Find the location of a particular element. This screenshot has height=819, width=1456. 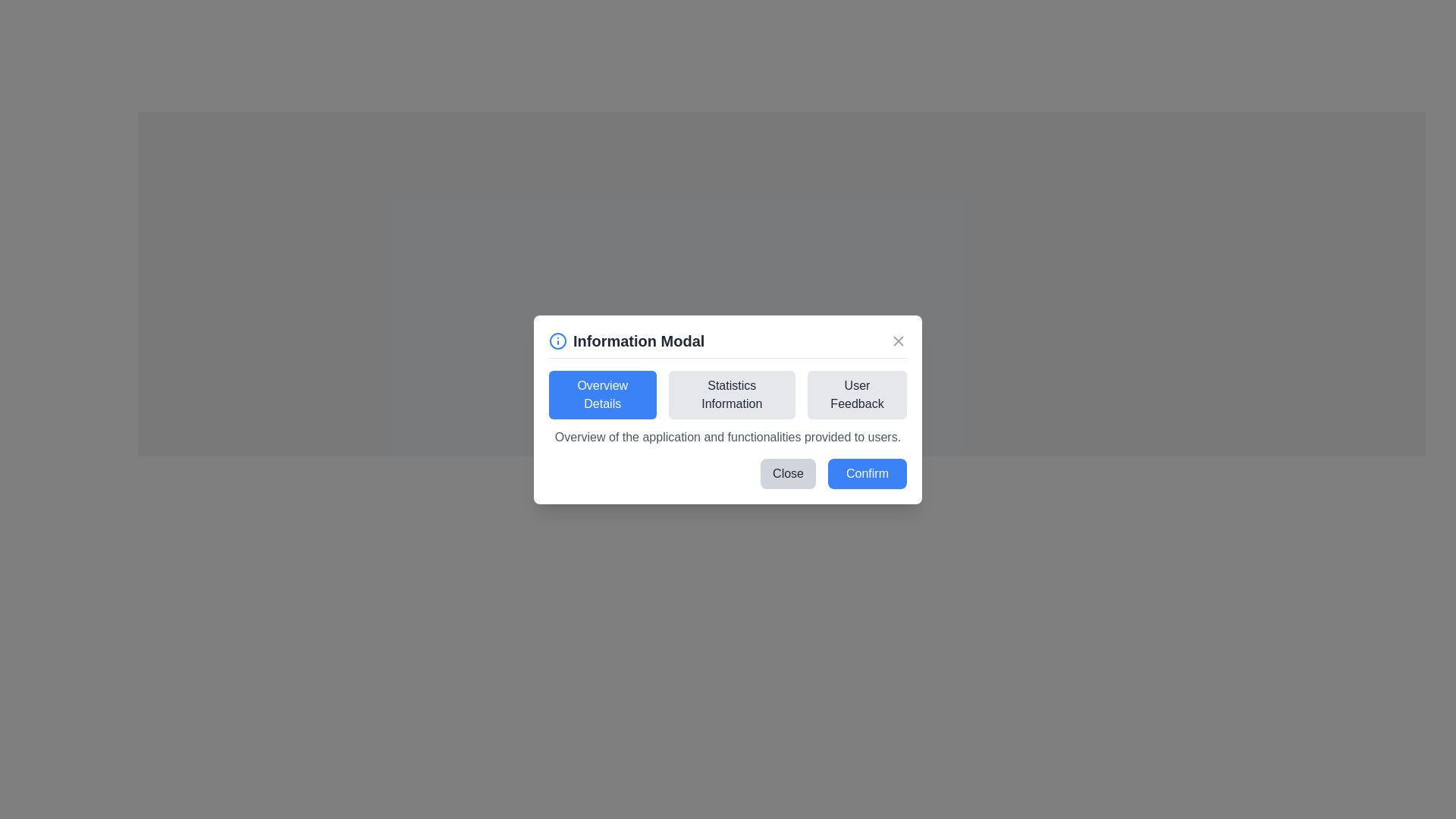

static text label located centrally within the modal dialog box, positioned directly below the buttons 'Overview Details', 'Statistics Information', and 'User Feedback' is located at coordinates (728, 436).